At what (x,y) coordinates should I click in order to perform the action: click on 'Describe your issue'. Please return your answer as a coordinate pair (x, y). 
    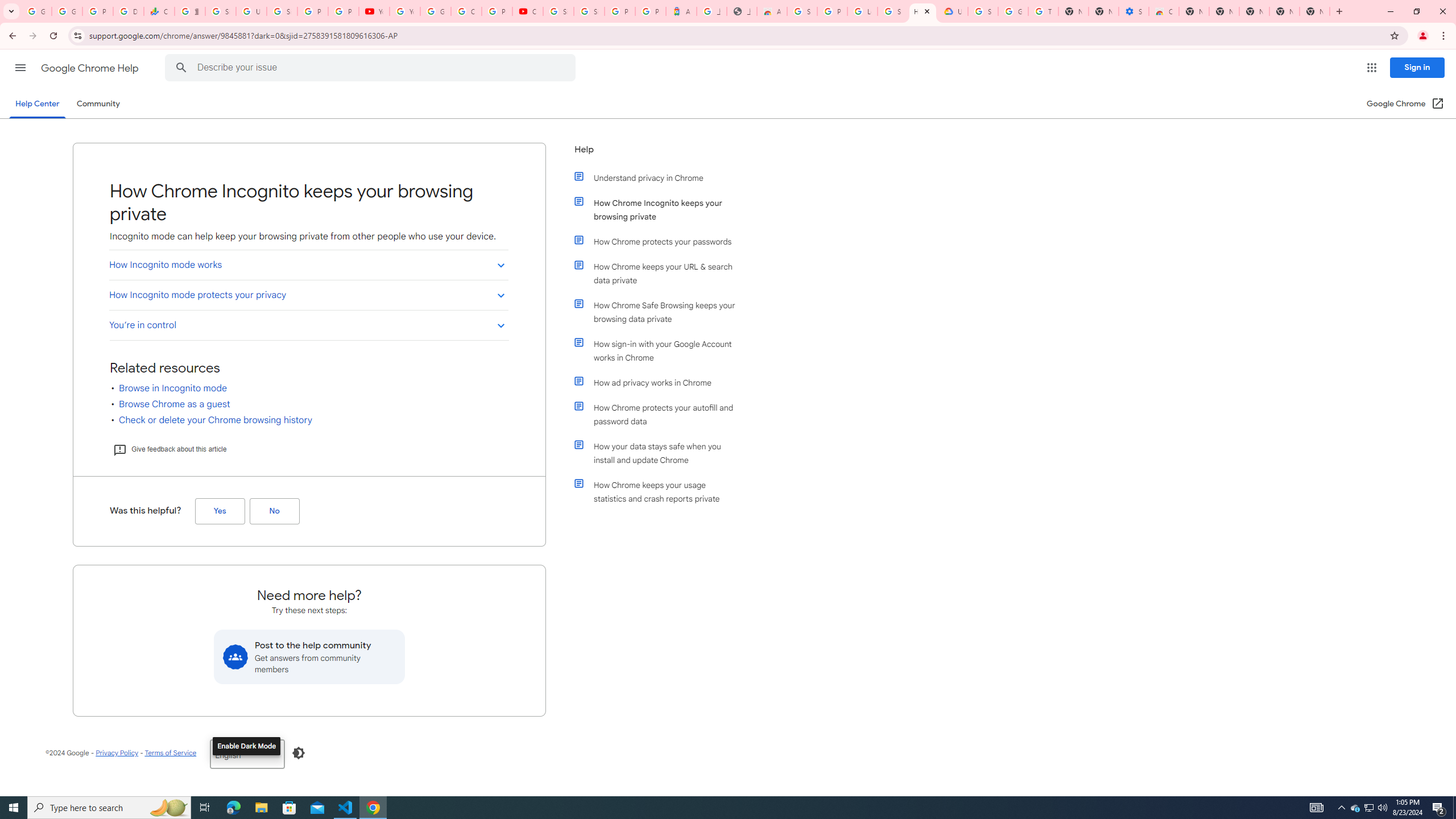
    Looking at the image, I should click on (371, 67).